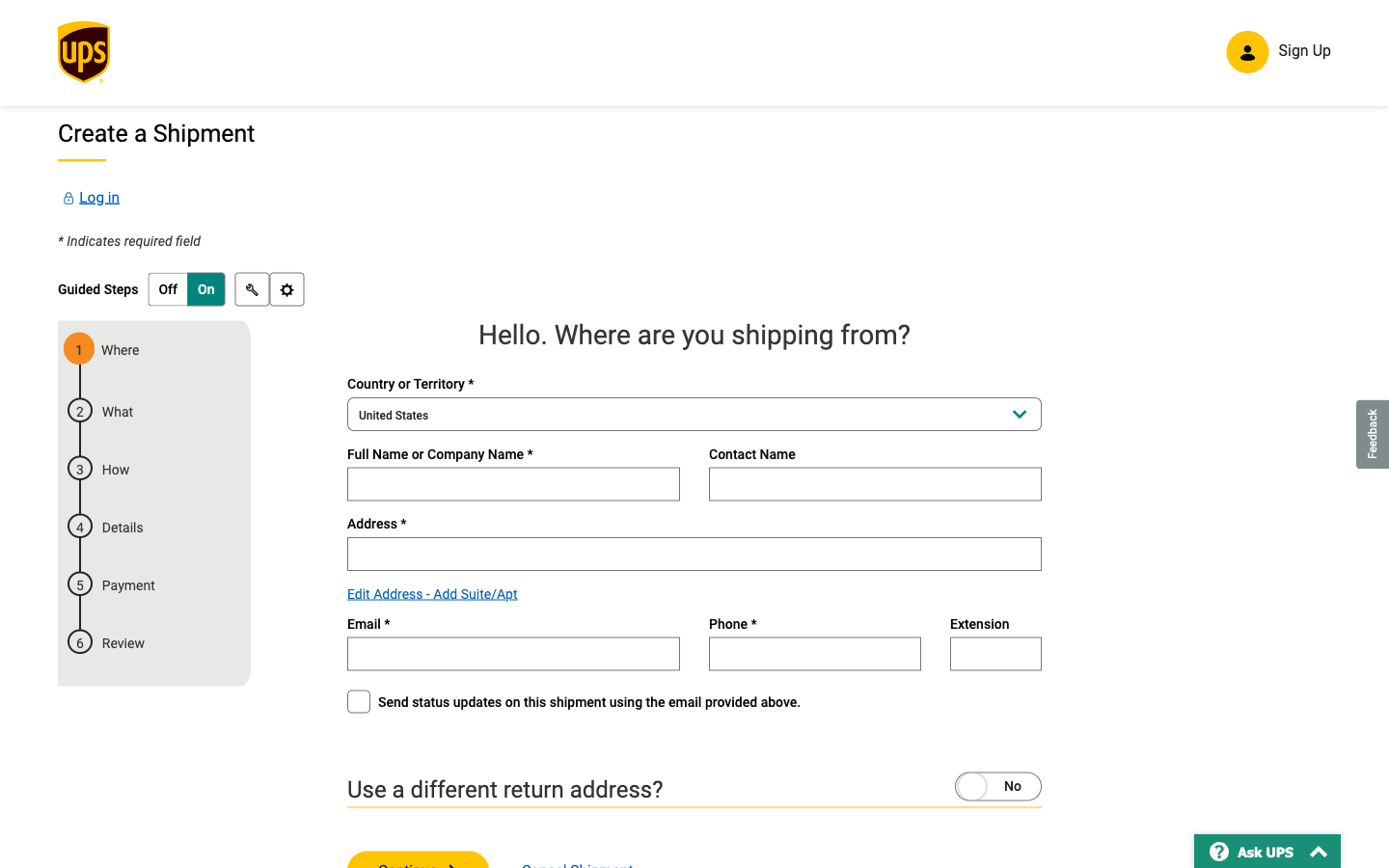 The image size is (1389, 868). I want to click on Redirect to the primary page of UPS, so click(83, 57).